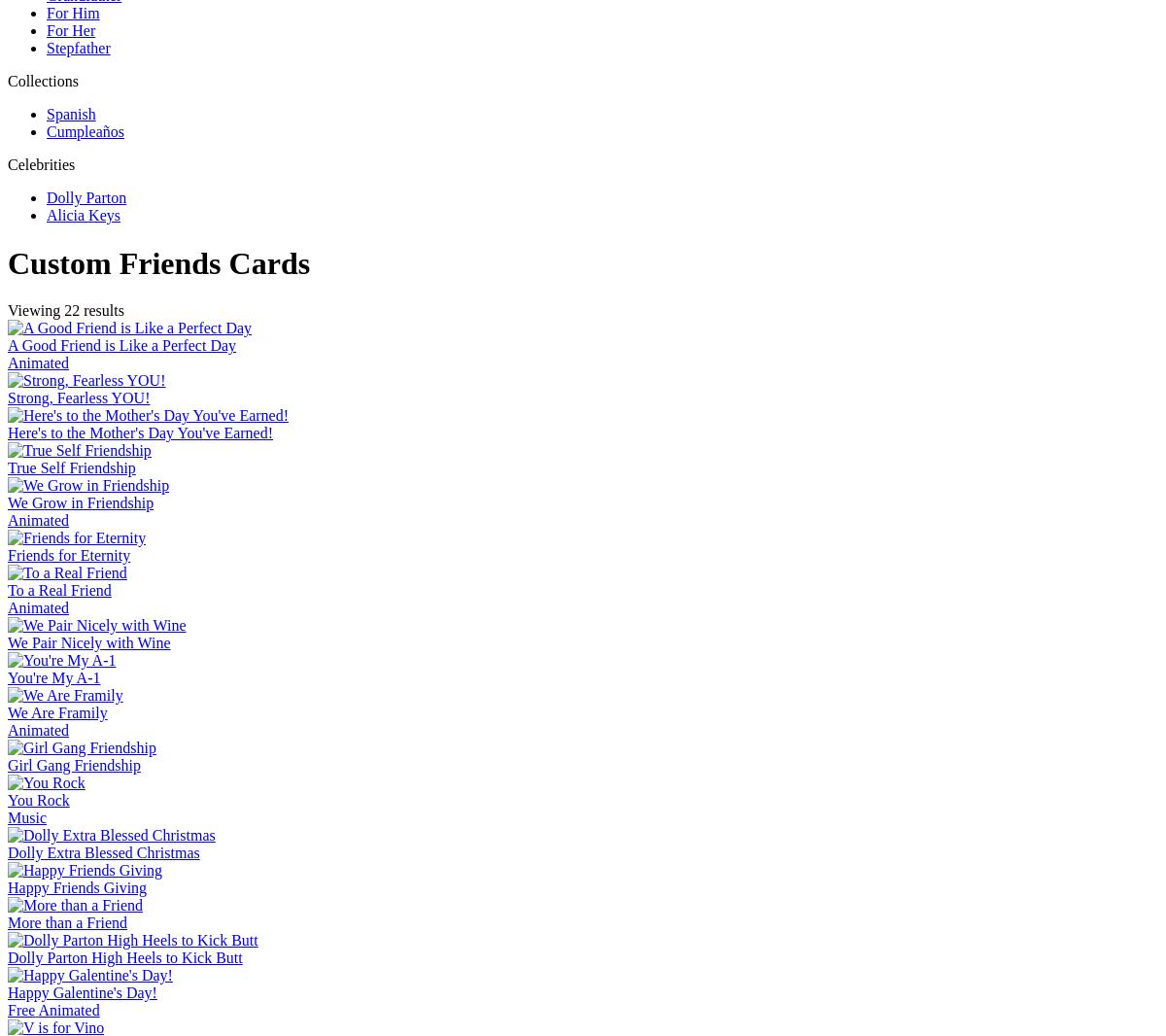  I want to click on 'Music', so click(26, 817).